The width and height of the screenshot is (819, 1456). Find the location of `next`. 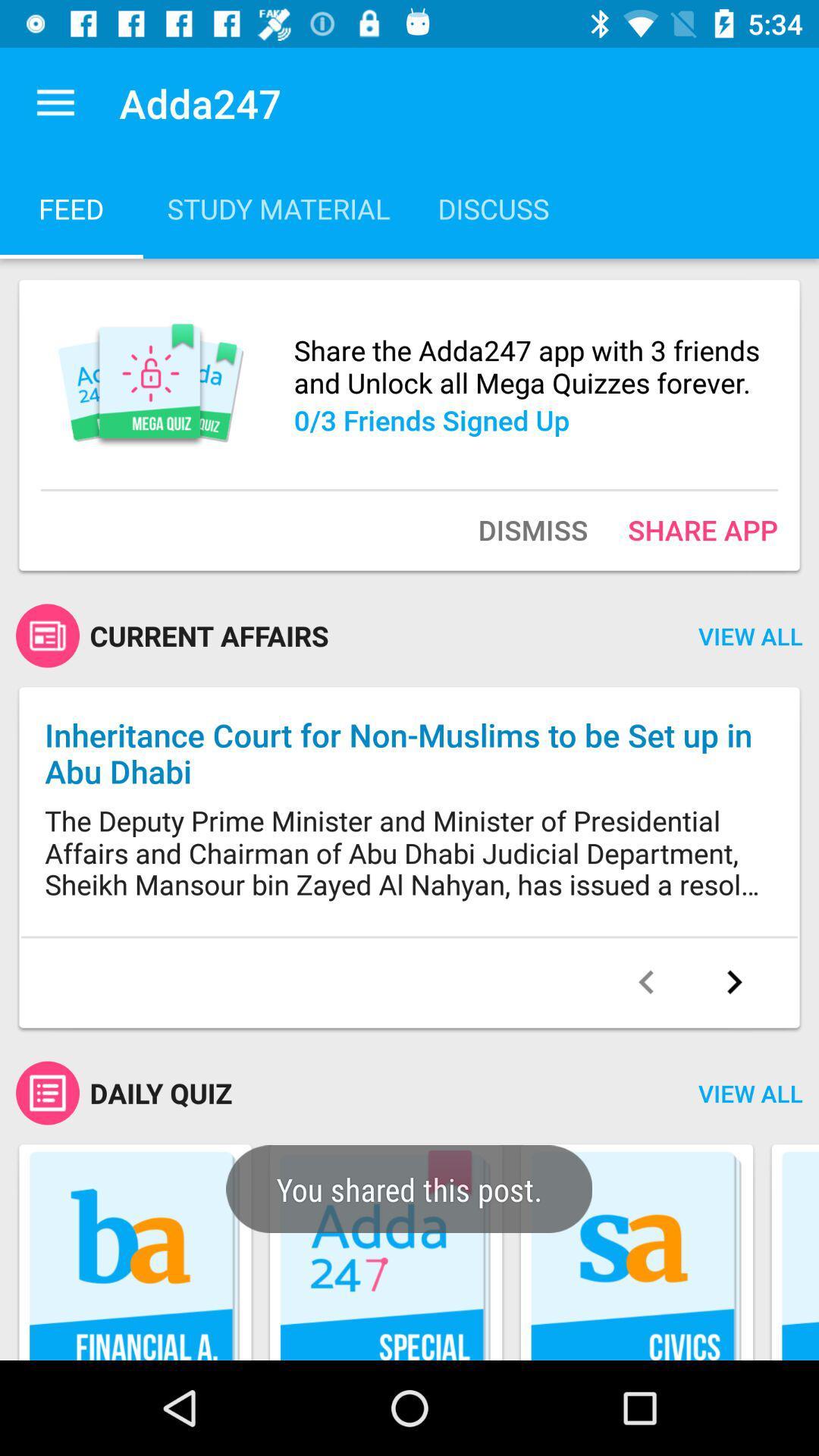

next is located at coordinates (733, 982).